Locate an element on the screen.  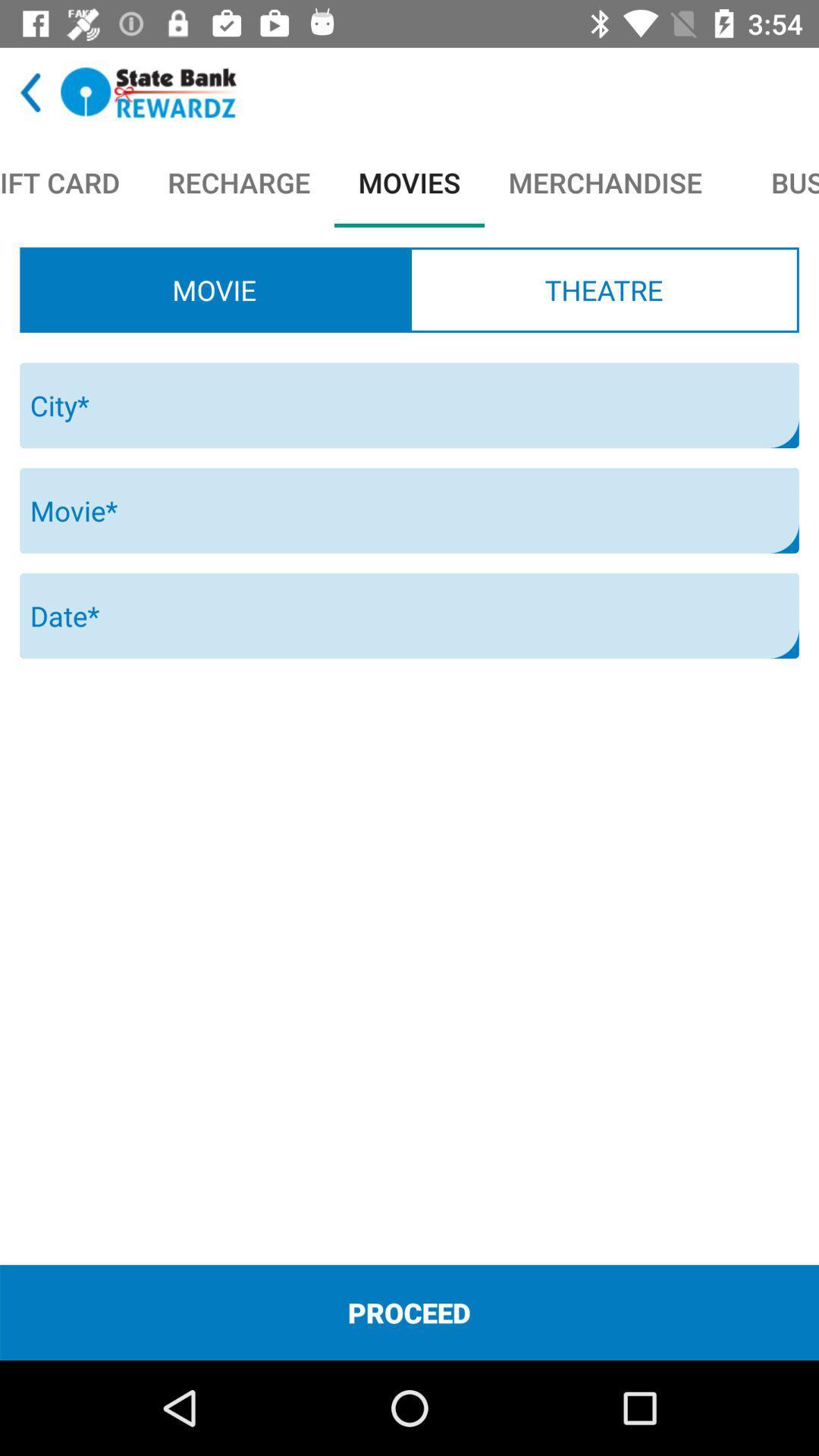
app below movies is located at coordinates (603, 290).